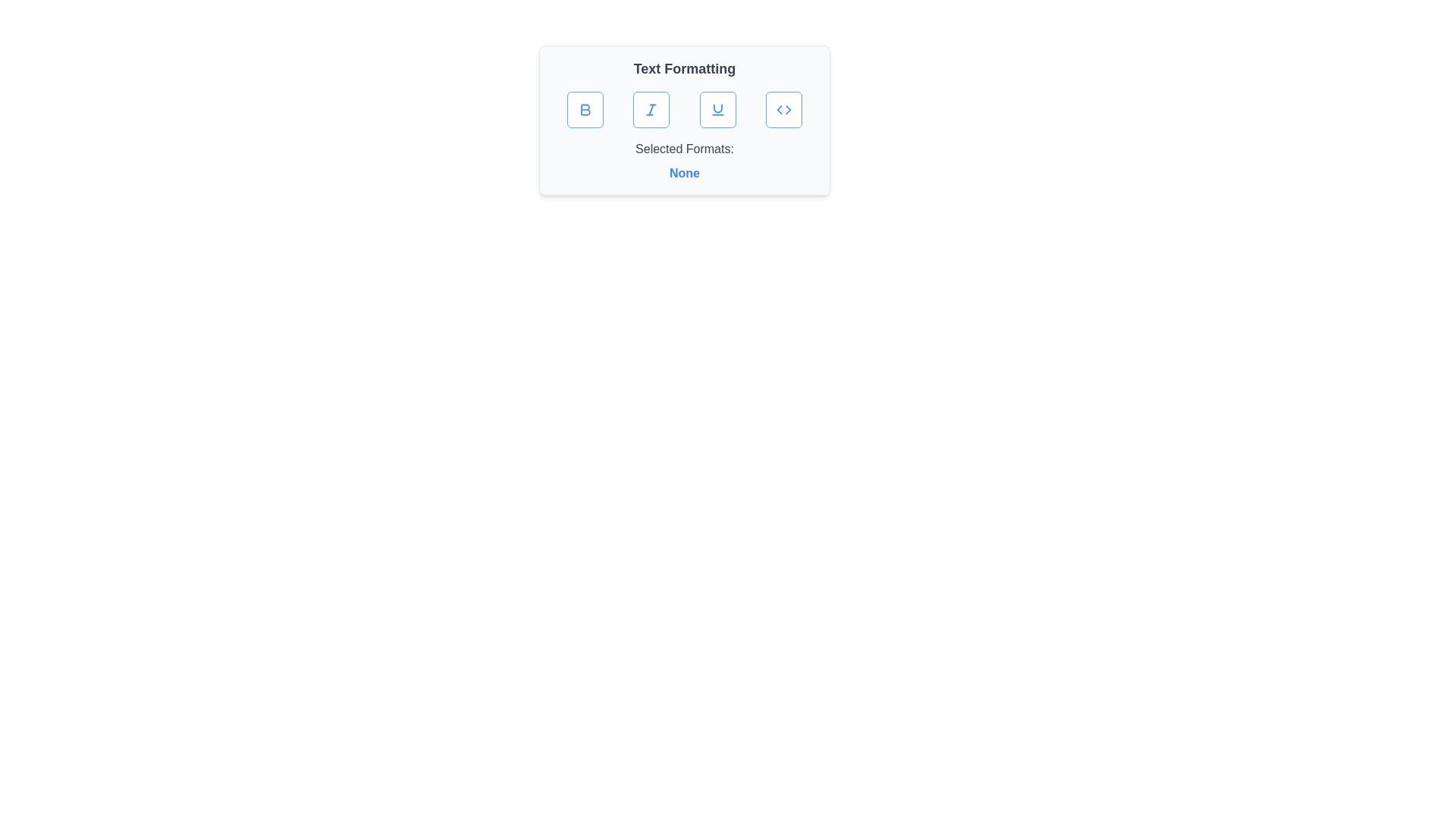 Image resolution: width=1456 pixels, height=819 pixels. What do you see at coordinates (717, 109) in the screenshot?
I see `the underline button to toggle underline formatting` at bounding box center [717, 109].